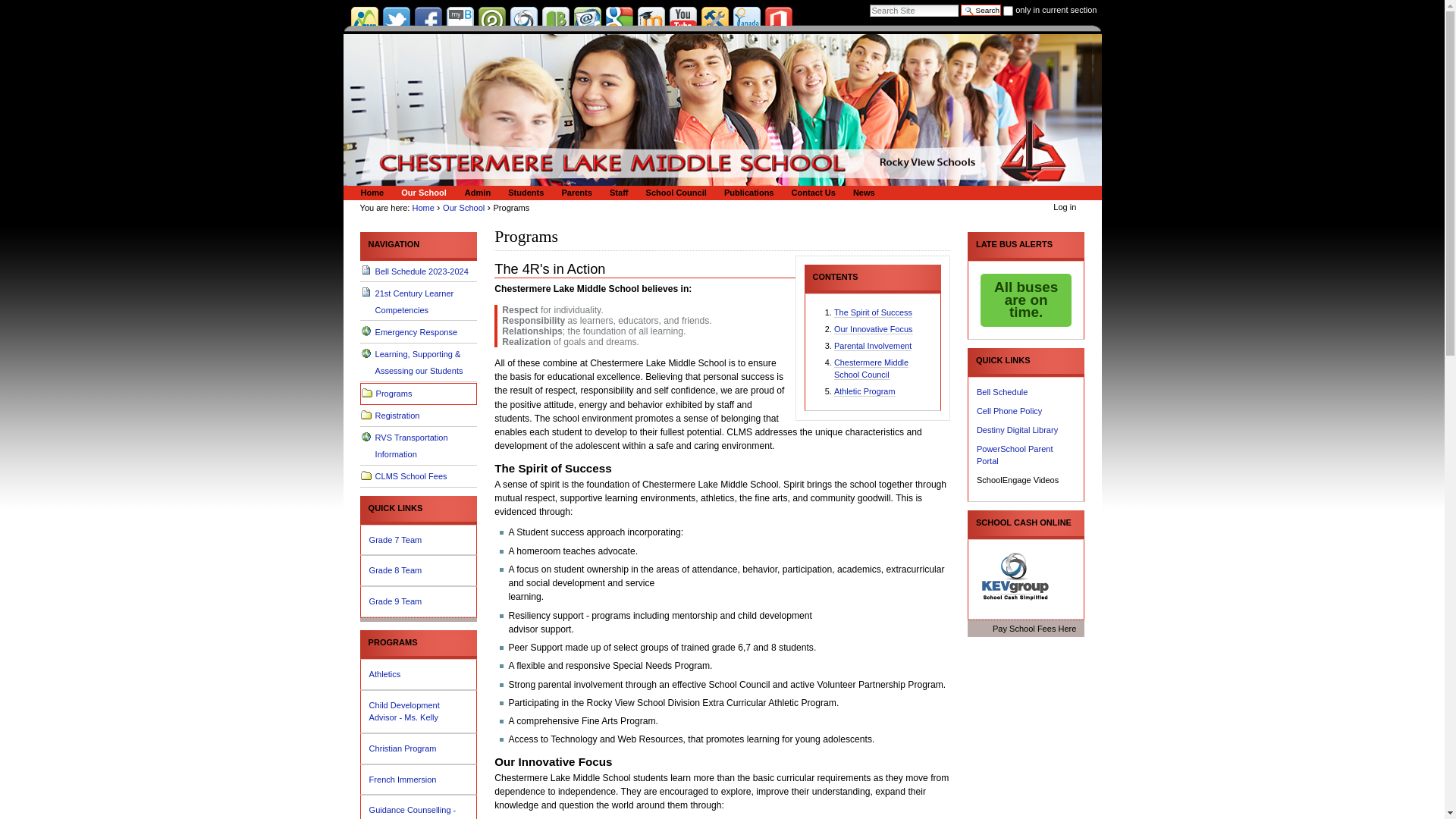 Image resolution: width=1456 pixels, height=819 pixels. What do you see at coordinates (573, 192) in the screenshot?
I see `'Parents'` at bounding box center [573, 192].